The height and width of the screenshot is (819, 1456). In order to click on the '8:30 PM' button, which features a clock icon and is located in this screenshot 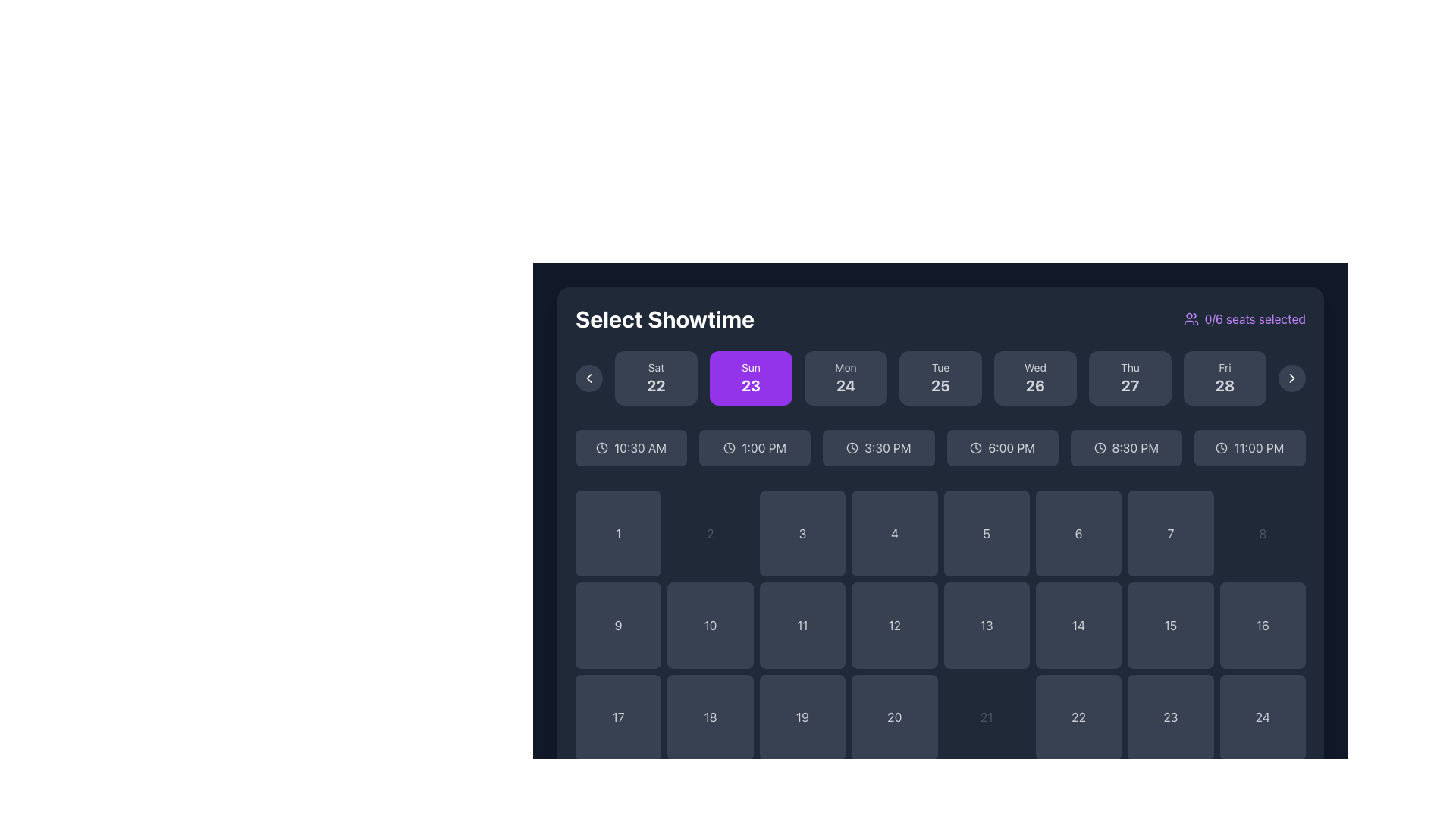, I will do `click(1135, 447)`.